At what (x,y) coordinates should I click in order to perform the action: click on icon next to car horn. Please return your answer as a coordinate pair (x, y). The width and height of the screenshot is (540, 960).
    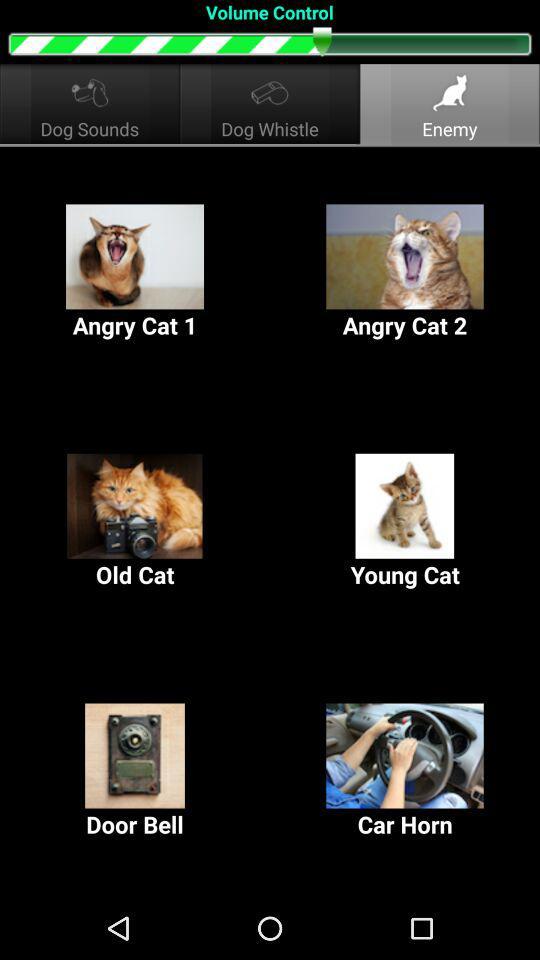
    Looking at the image, I should click on (135, 770).